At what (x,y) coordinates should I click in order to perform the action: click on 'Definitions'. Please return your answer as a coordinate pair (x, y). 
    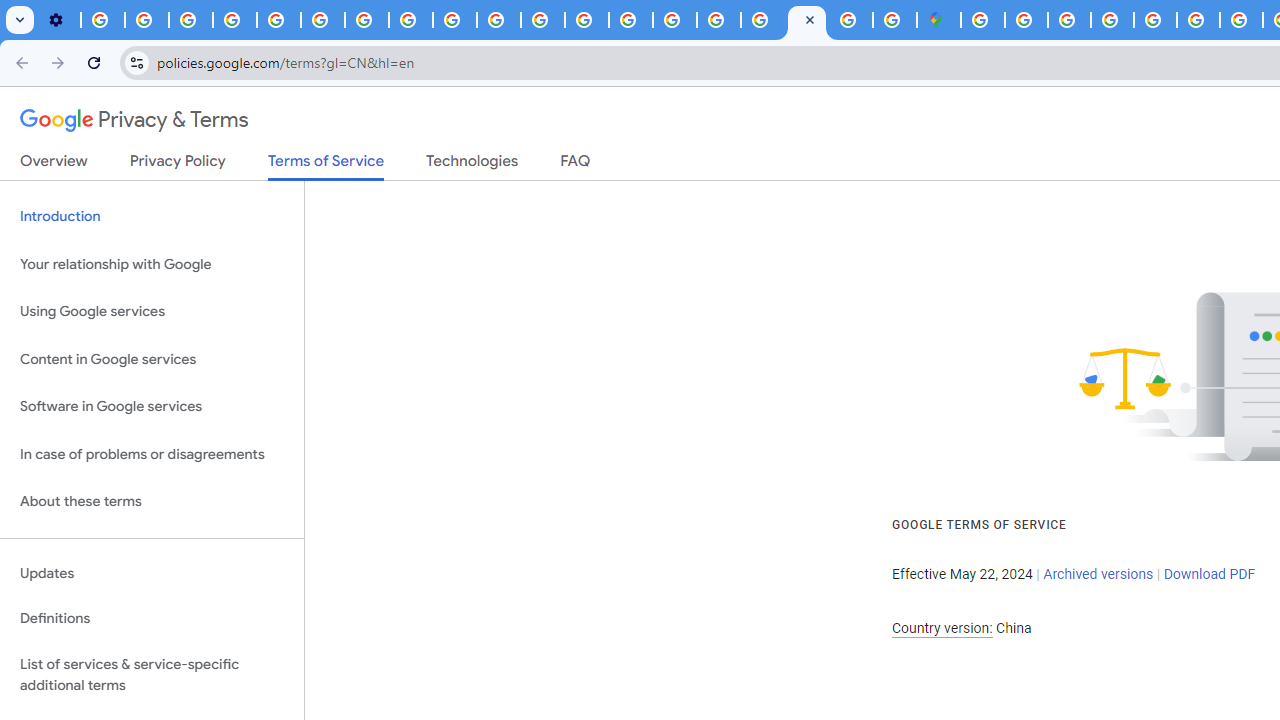
    Looking at the image, I should click on (151, 618).